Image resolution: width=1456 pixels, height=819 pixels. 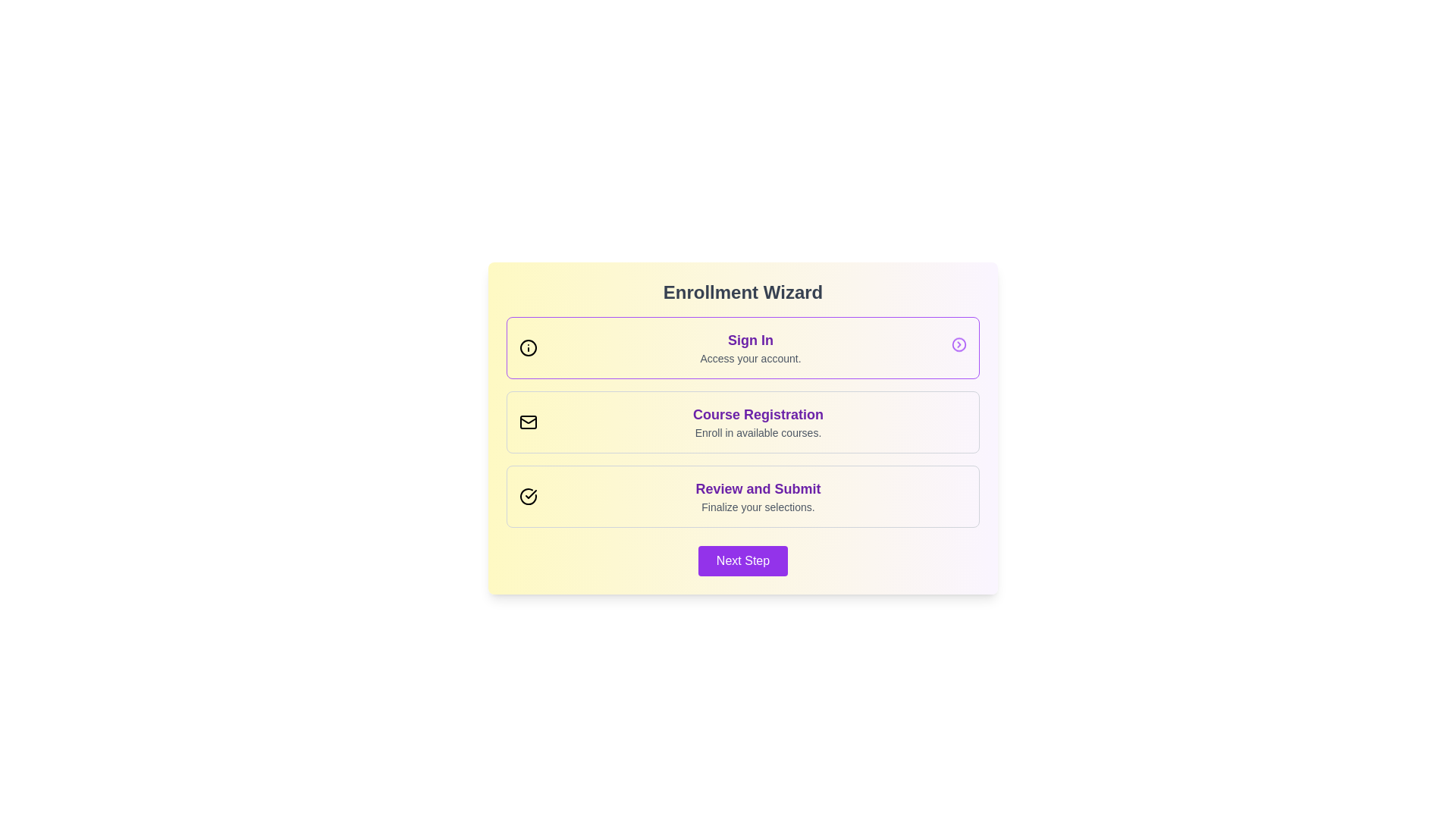 What do you see at coordinates (758, 432) in the screenshot?
I see `the text label that reads 'Enroll in available courses.' located below the header 'Course Registration'` at bounding box center [758, 432].